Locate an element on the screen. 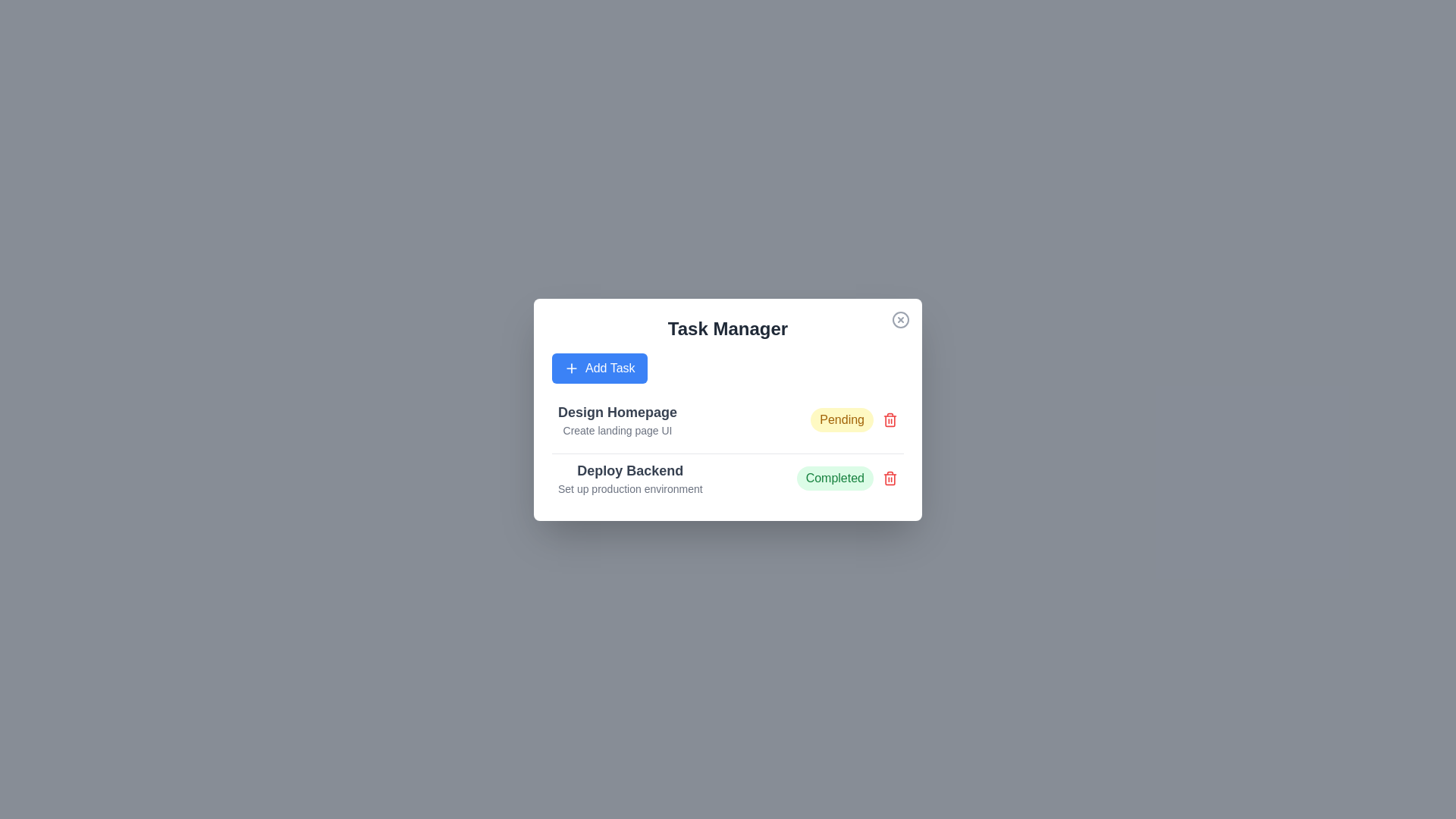 The height and width of the screenshot is (819, 1456). the text element that reads 'Create landing page UI', styled in small gray font, located directly below 'Design Homepage' in the 'Task Manager' area is located at coordinates (617, 430).